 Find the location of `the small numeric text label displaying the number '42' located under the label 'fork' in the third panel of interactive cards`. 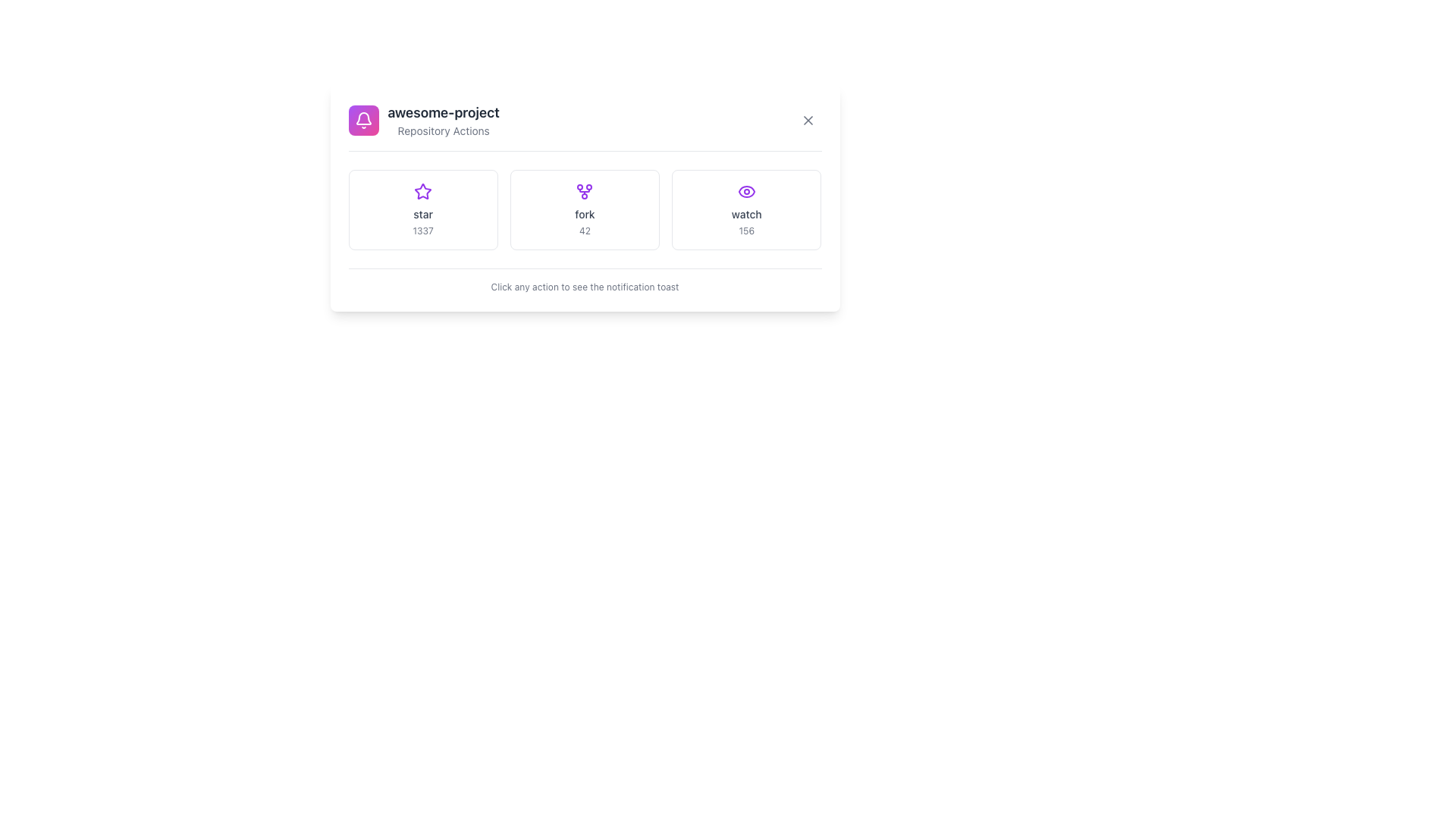

the small numeric text label displaying the number '42' located under the label 'fork' in the third panel of interactive cards is located at coordinates (584, 231).